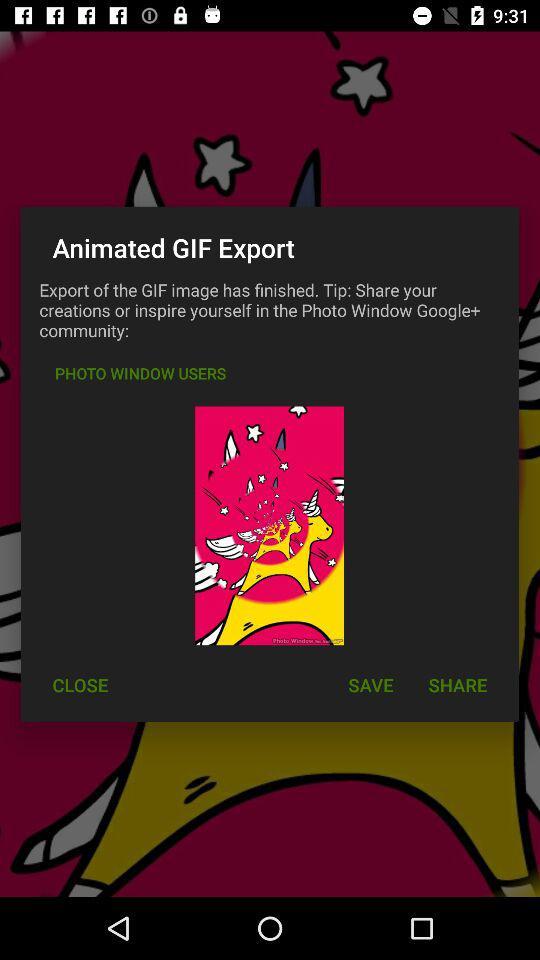 This screenshot has height=960, width=540. What do you see at coordinates (369, 685) in the screenshot?
I see `the icon to the right of the close` at bounding box center [369, 685].